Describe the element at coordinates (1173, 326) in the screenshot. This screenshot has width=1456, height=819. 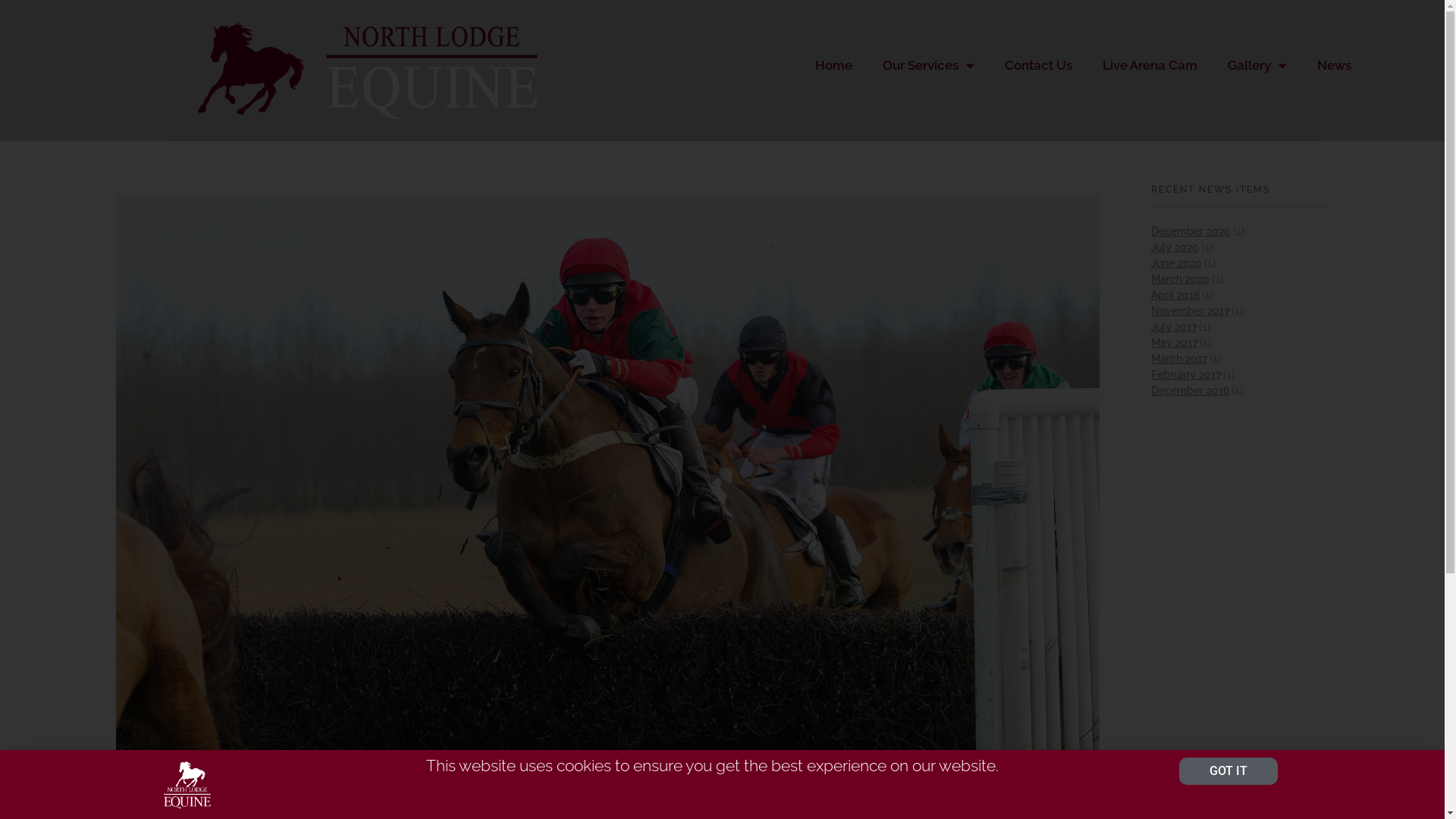
I see `'July 2017'` at that location.